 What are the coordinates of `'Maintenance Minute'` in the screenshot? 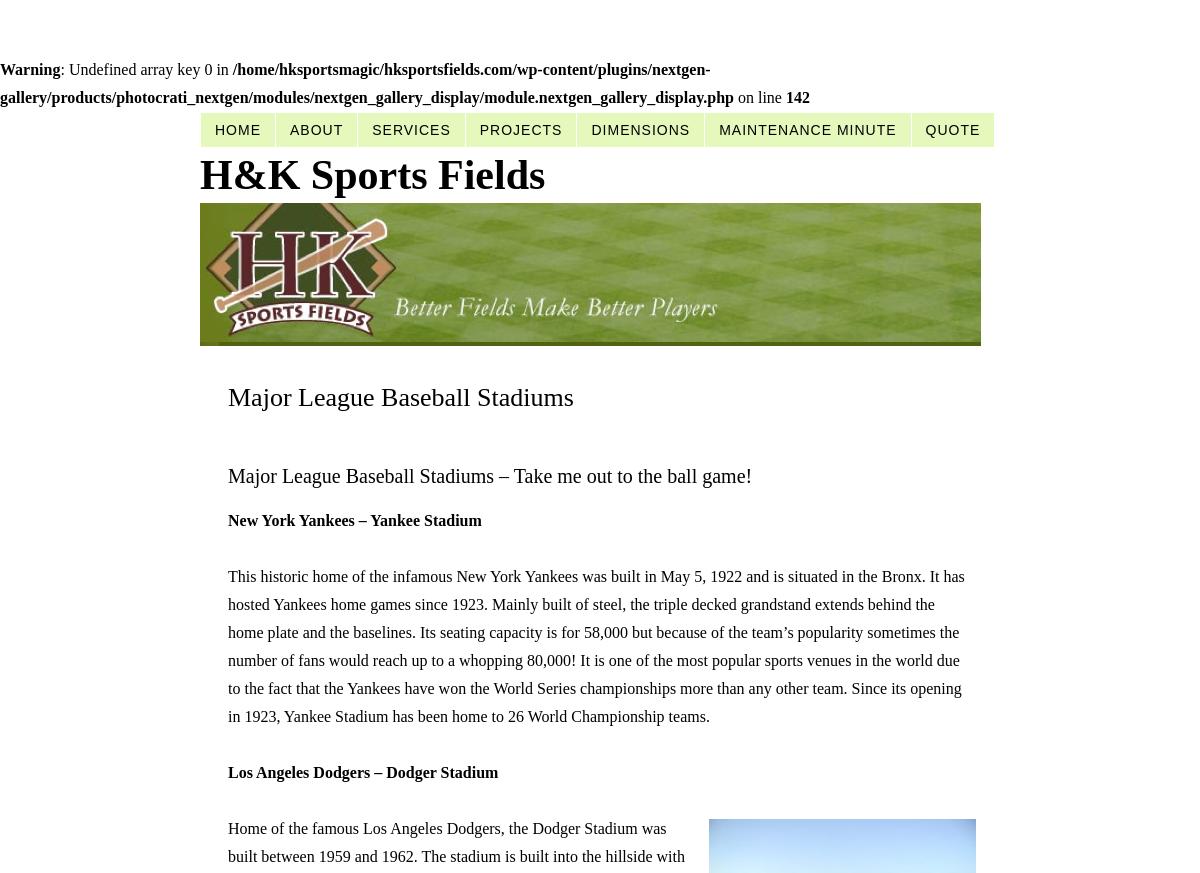 It's located at (719, 129).